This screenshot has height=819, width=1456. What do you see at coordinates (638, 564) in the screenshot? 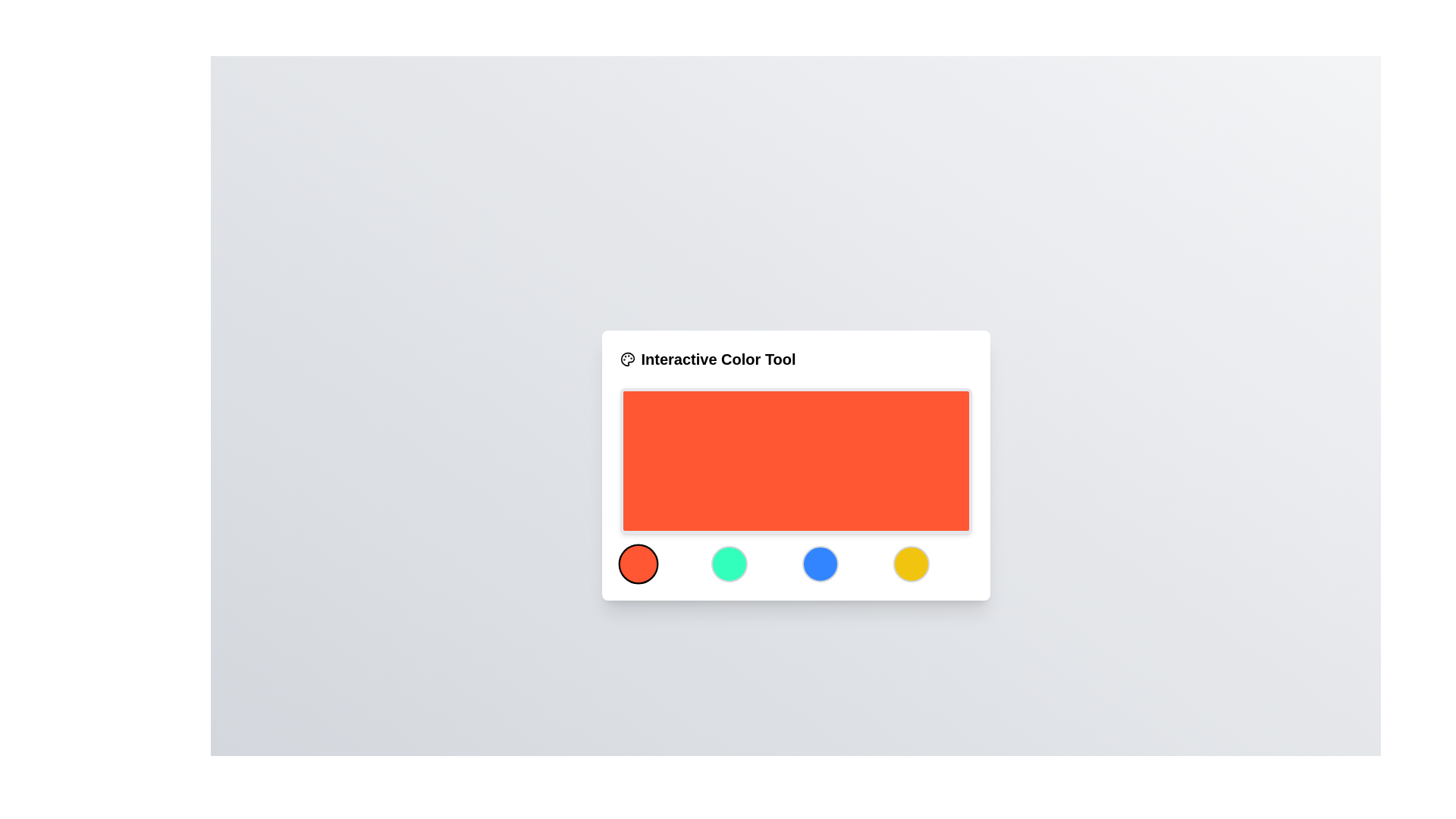
I see `the vibrant orange circular color selection button located at the bottom-left corner of the card interface` at bounding box center [638, 564].